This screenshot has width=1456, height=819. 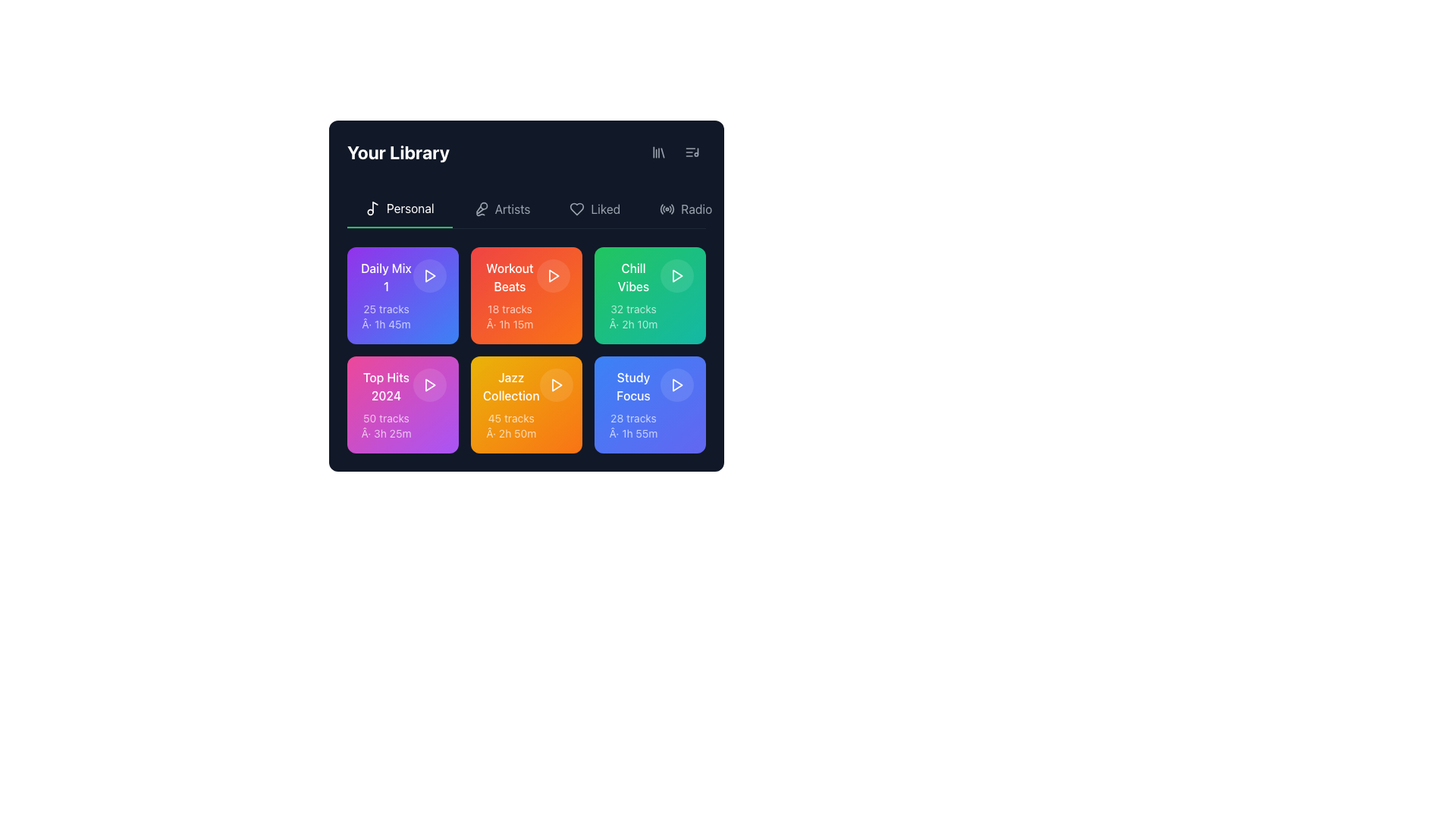 I want to click on the icon button represented by a musical note in the top-right corner of the navigation bar, so click(x=691, y=152).